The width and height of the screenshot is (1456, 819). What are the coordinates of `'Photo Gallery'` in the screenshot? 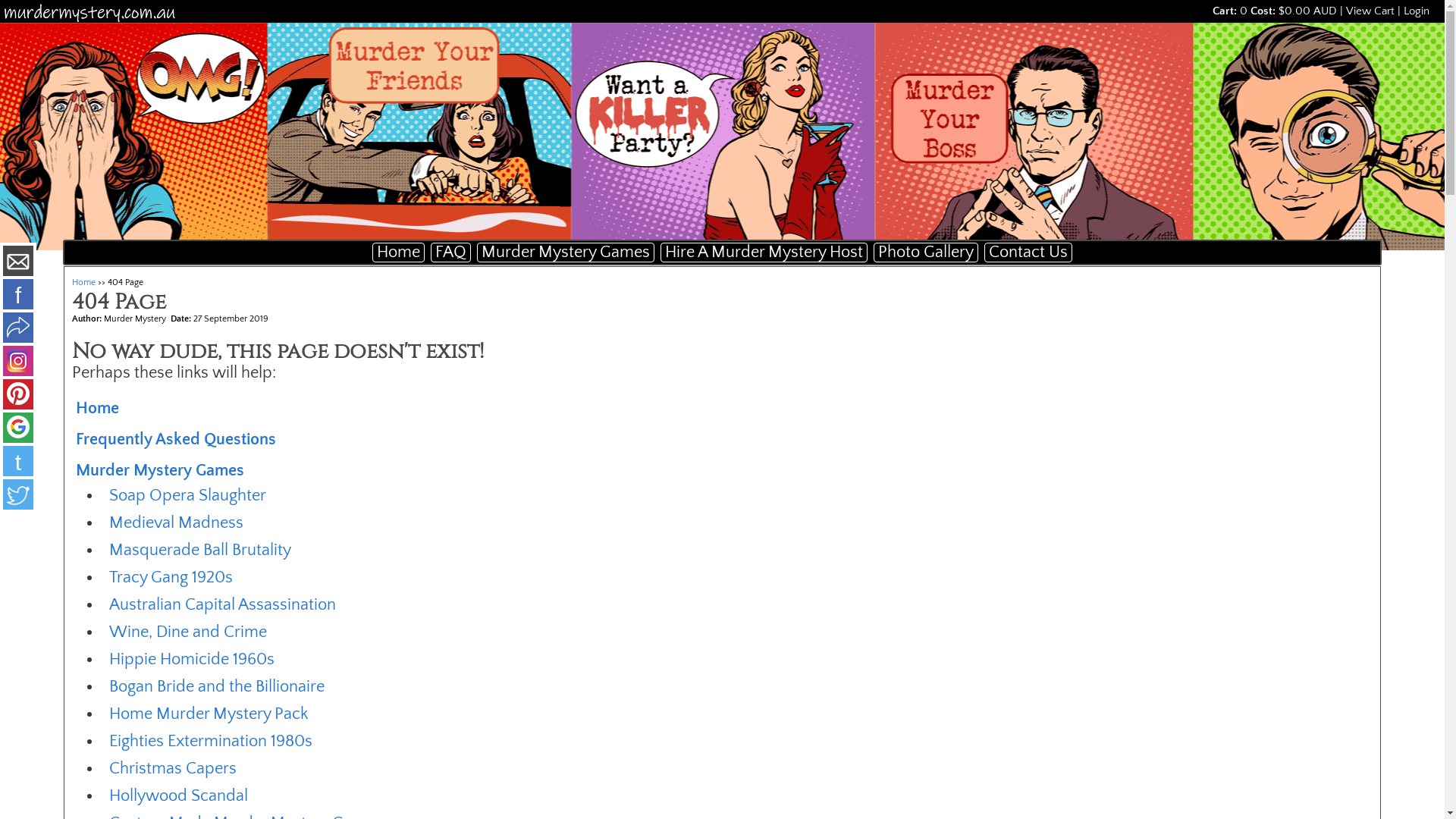 It's located at (924, 251).